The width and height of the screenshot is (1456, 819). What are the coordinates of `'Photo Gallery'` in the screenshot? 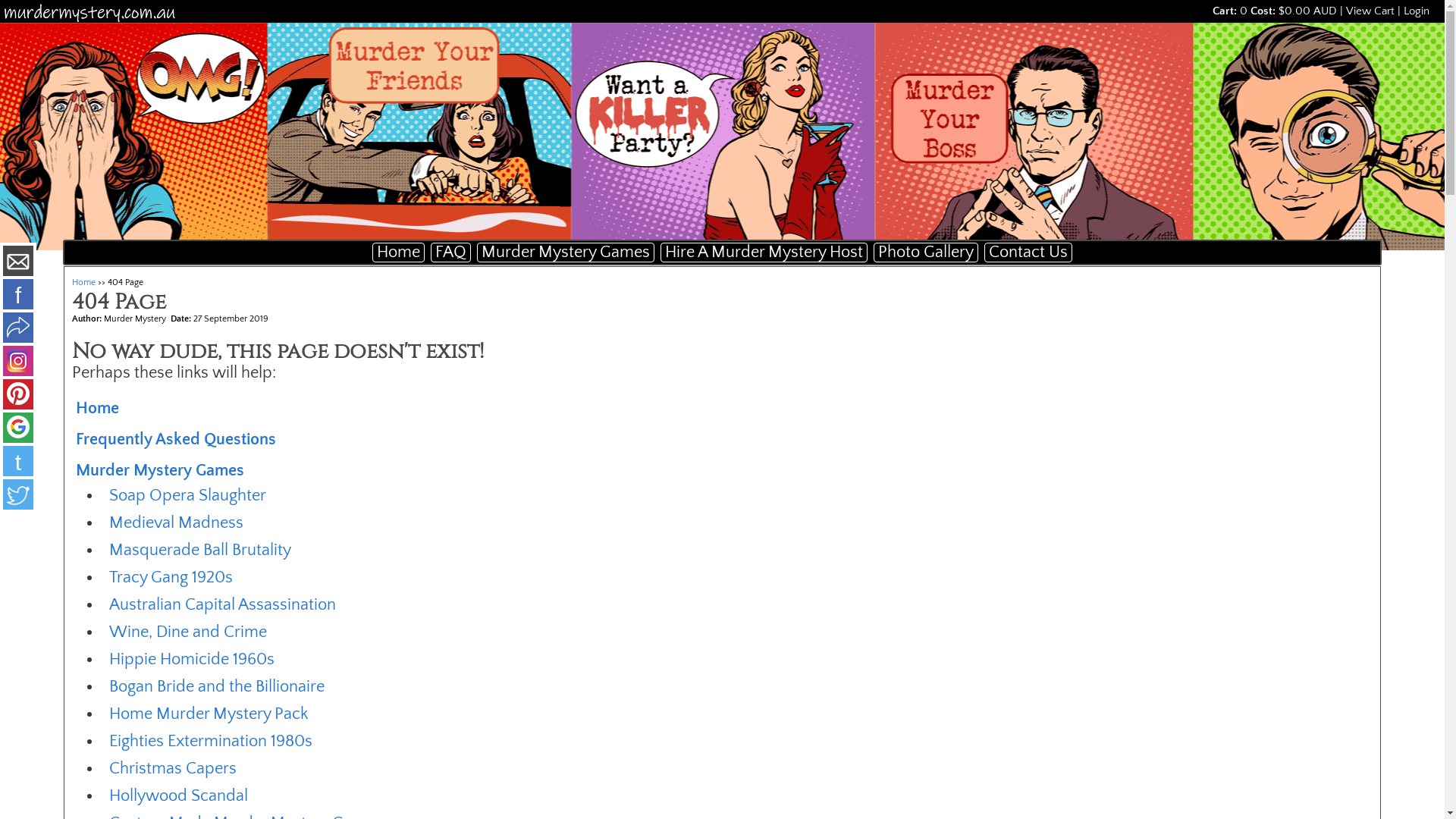 It's located at (924, 251).